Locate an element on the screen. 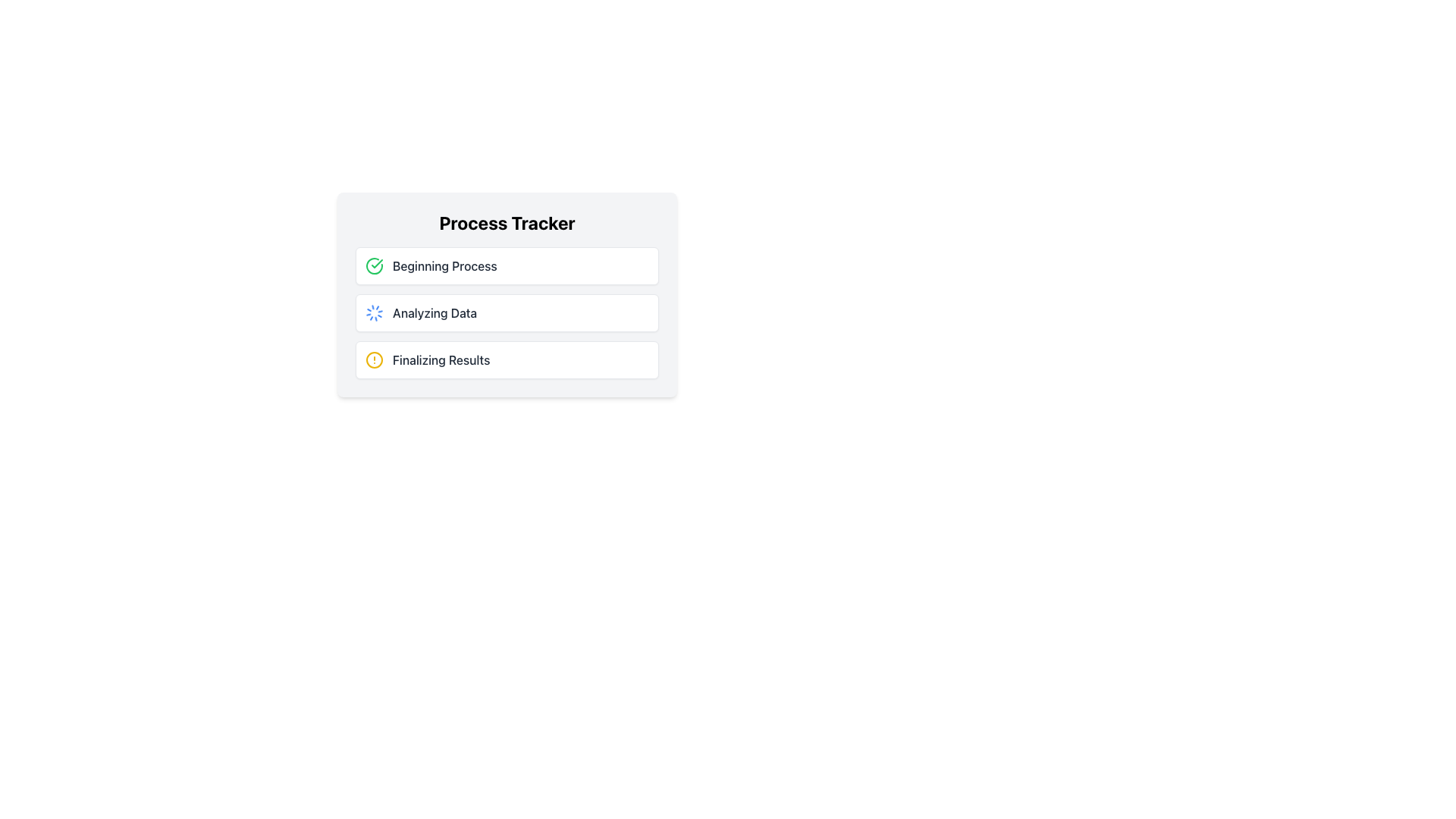 The height and width of the screenshot is (819, 1456). the Status indicator displaying 'Finalizing Results' with a yellow alert icon, which is the third item in the 'Process Tracker' section is located at coordinates (427, 359).